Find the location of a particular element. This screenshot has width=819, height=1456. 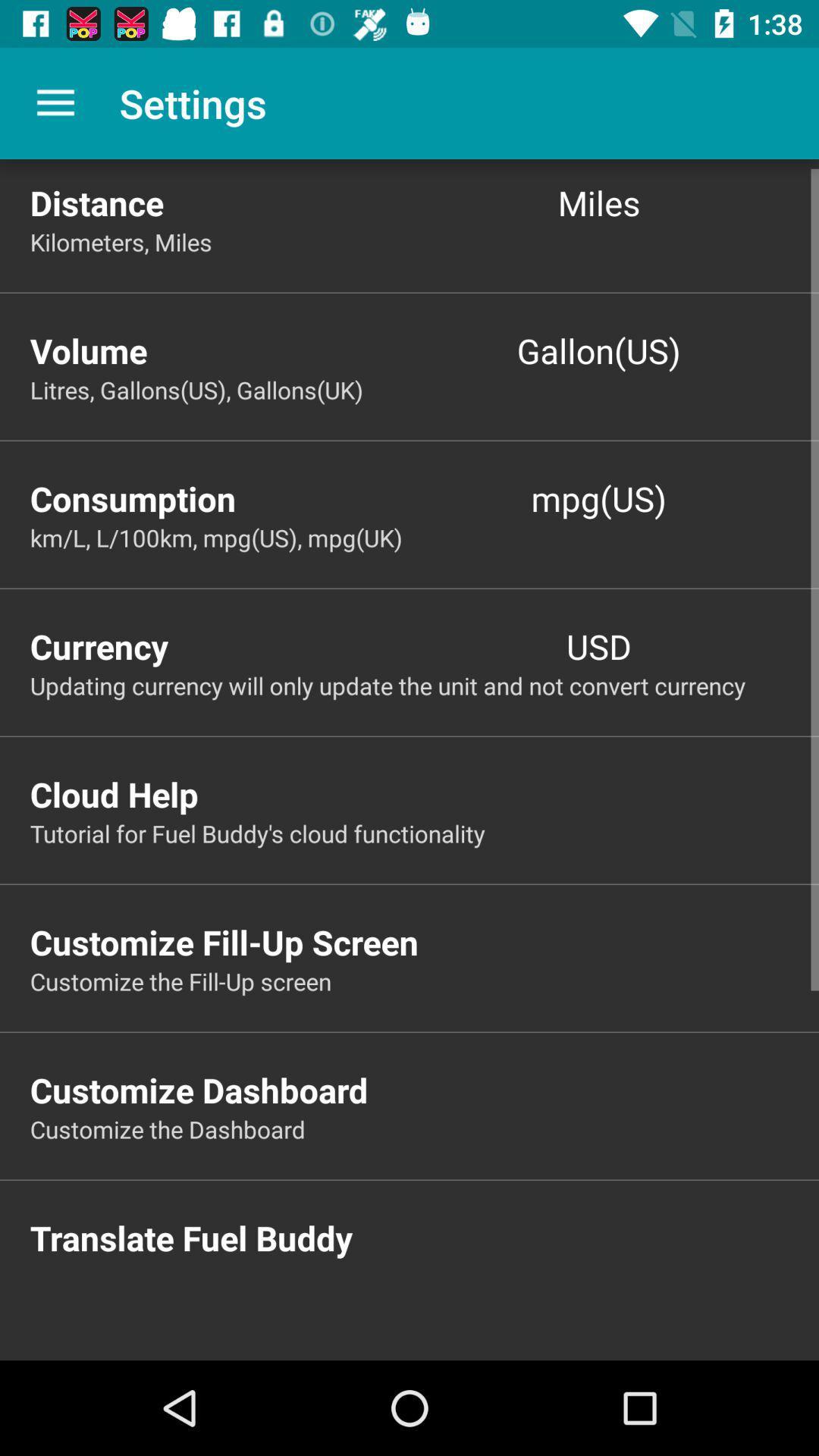

the item below volume item is located at coordinates (424, 390).